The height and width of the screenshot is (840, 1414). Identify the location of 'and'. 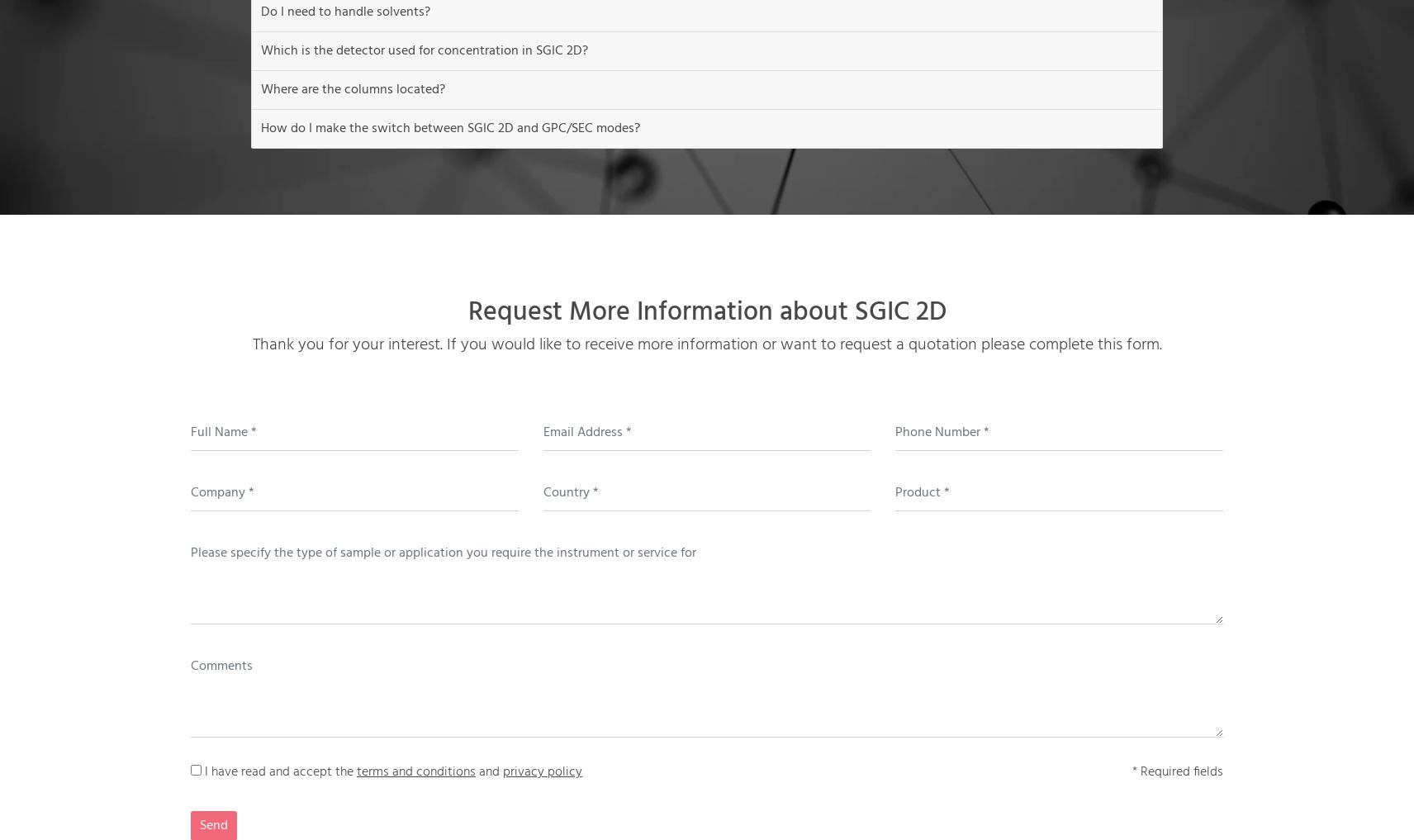
(488, 771).